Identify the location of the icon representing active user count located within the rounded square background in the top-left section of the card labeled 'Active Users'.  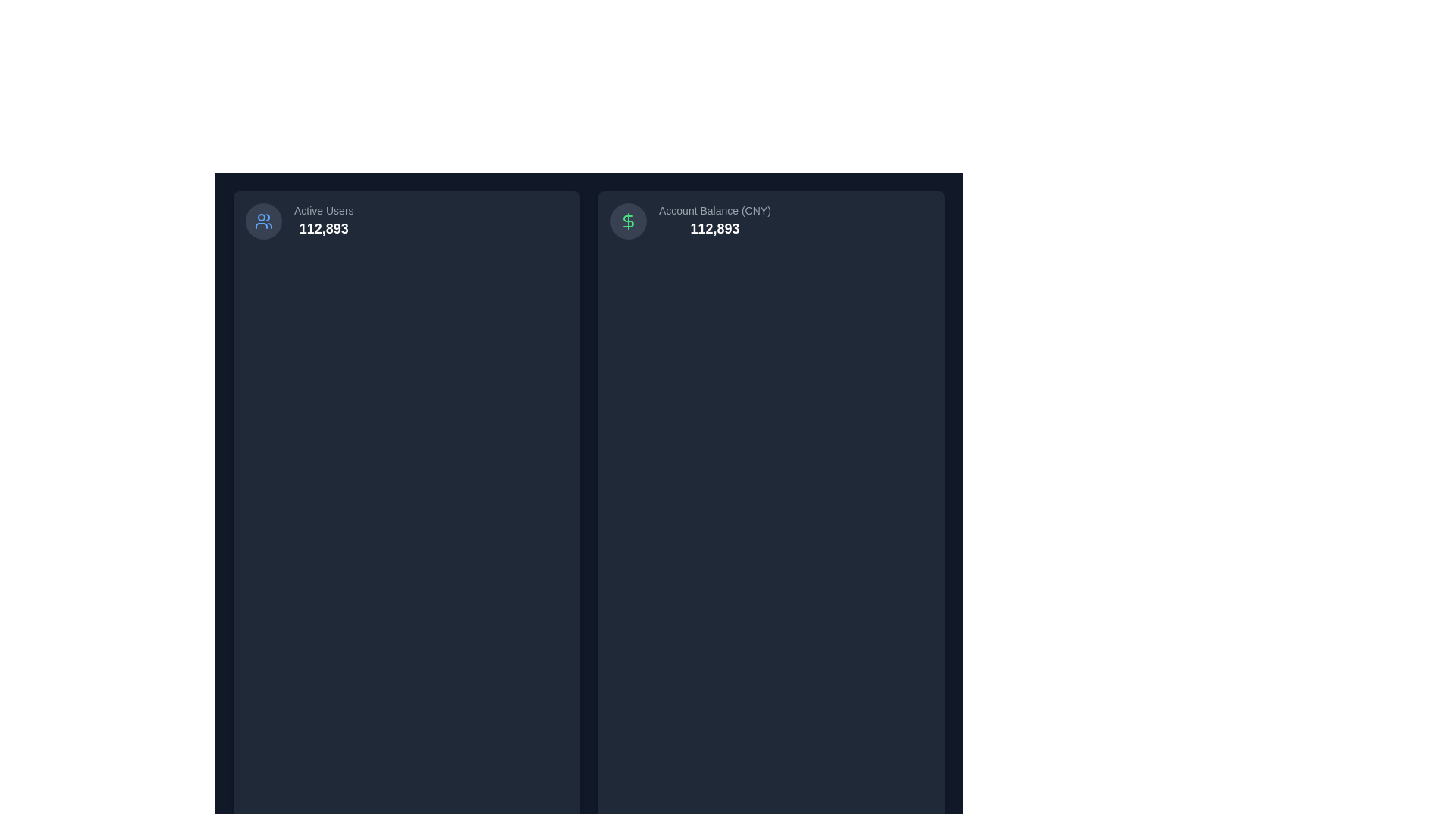
(263, 221).